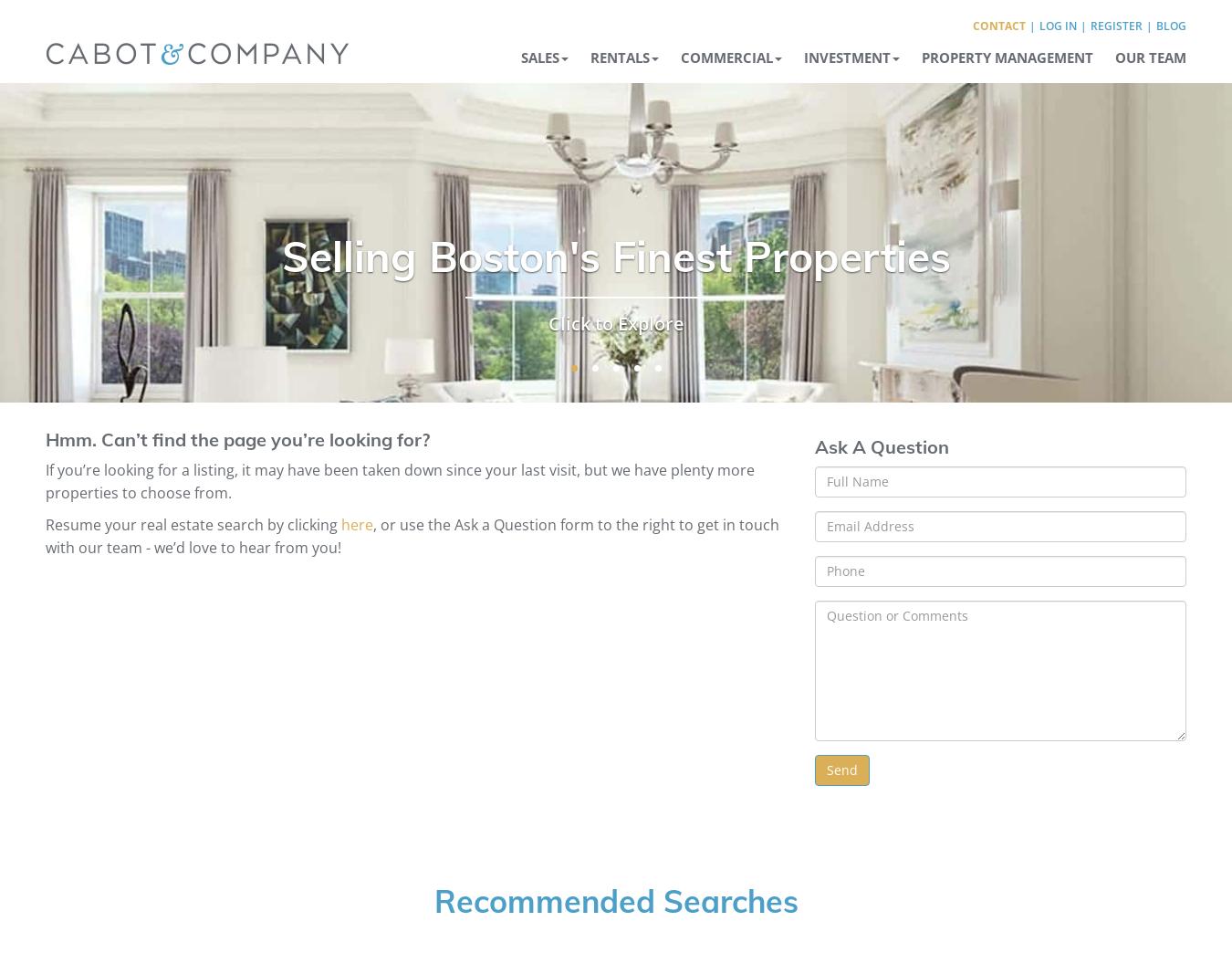  What do you see at coordinates (411, 535) in the screenshot?
I see `', or use the Ask a Question form to the right to get in touch with our team - we’d love to hear from you!'` at bounding box center [411, 535].